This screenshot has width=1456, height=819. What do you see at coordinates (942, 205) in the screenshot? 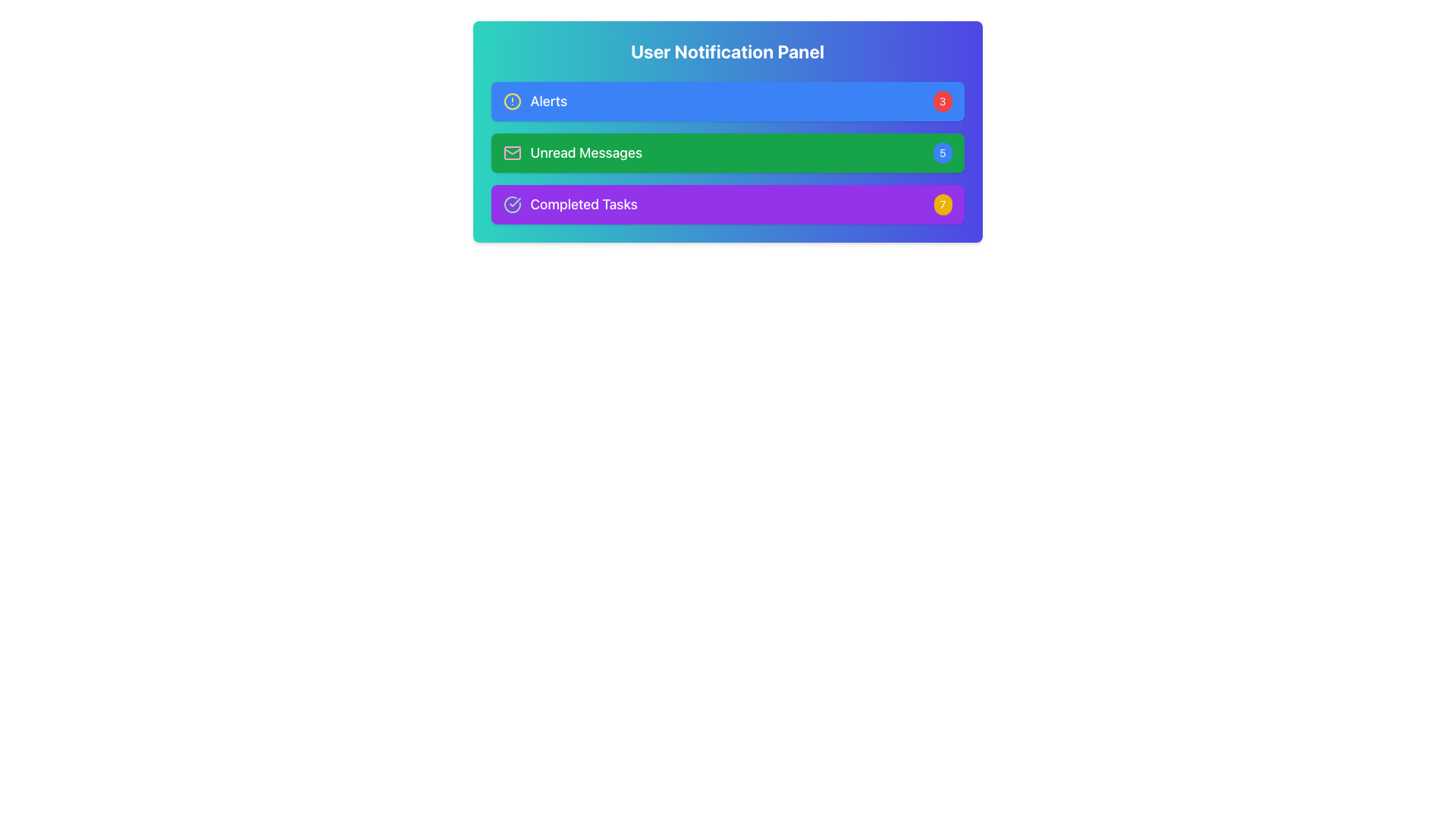
I see `the Notification Badge that indicates the count of 'Completed Tasks', located at the right end of the 'Completed Tasks' box` at bounding box center [942, 205].